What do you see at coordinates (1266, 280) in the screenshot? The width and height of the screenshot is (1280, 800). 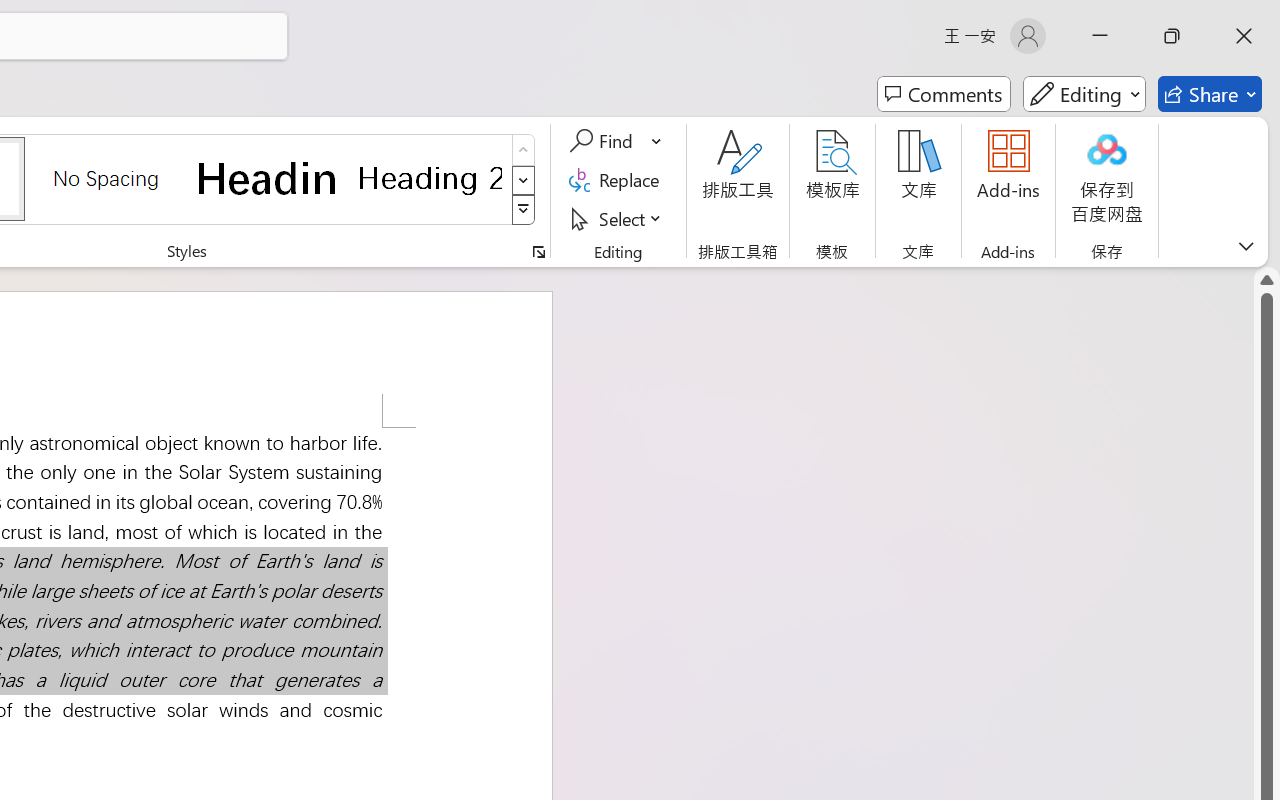 I see `'Line up'` at bounding box center [1266, 280].